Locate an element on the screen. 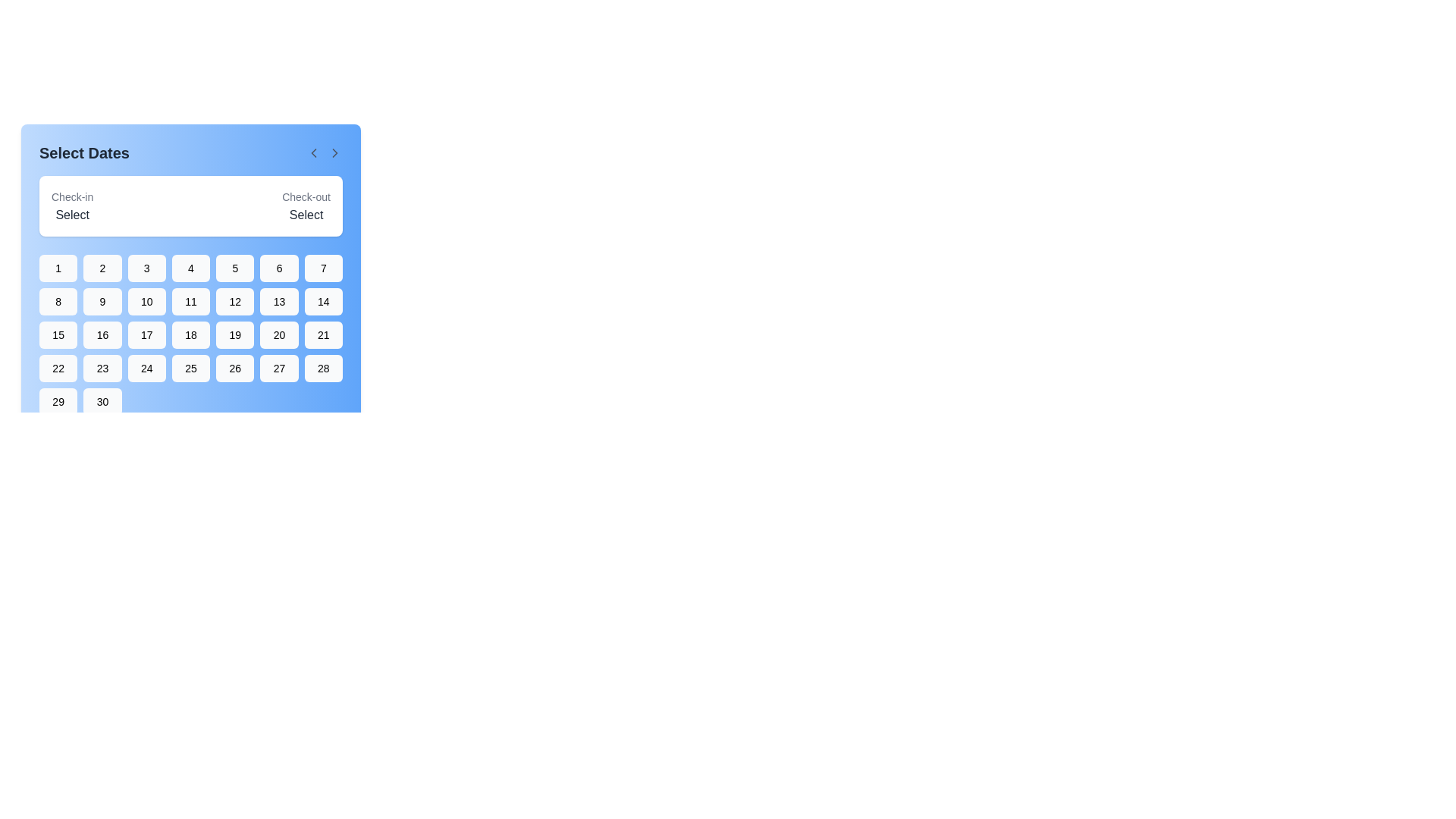 The image size is (1456, 819). the button labeled '29' for potential reordering in the date picker interface is located at coordinates (58, 400).